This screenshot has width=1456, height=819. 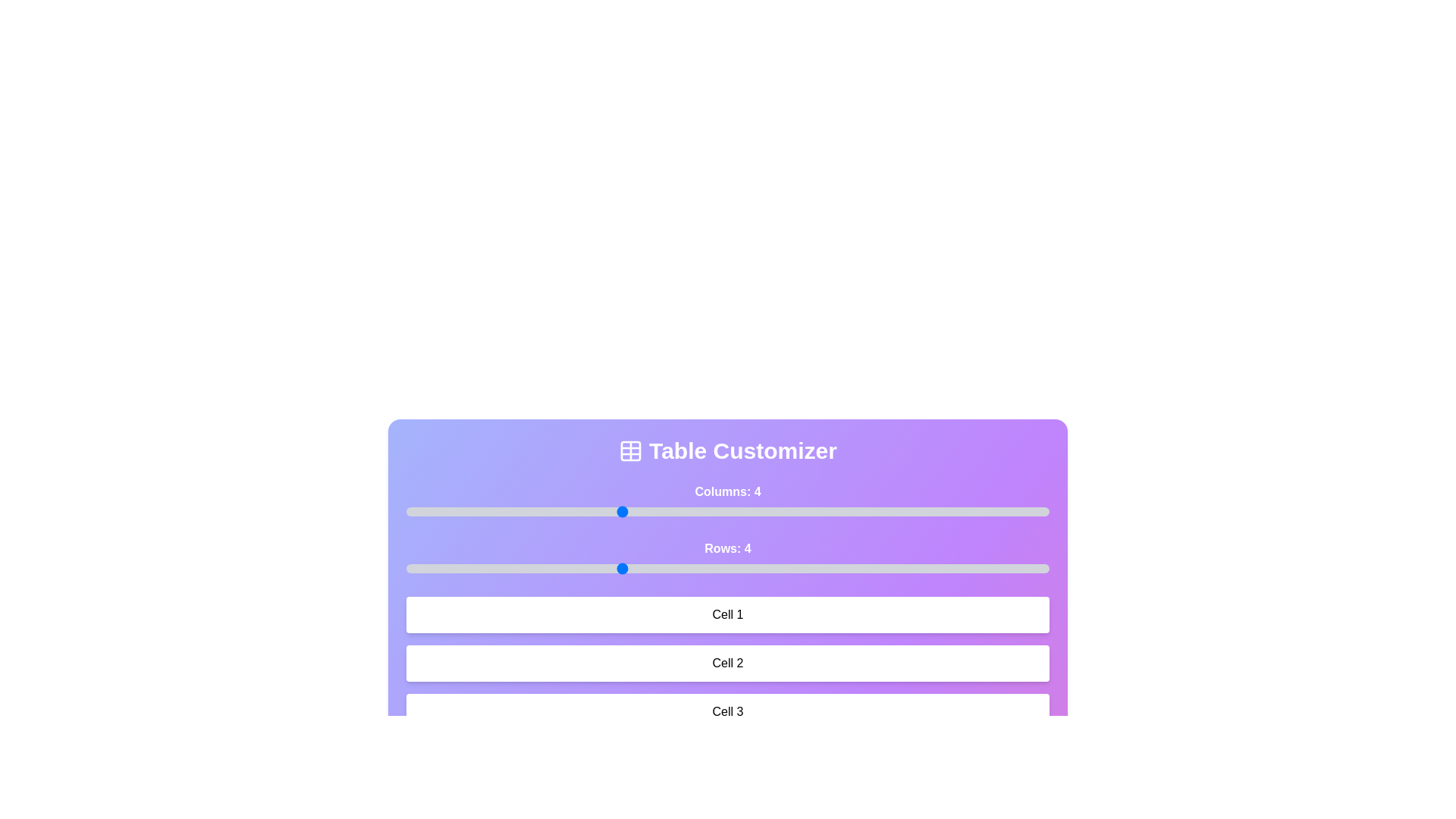 What do you see at coordinates (620, 512) in the screenshot?
I see `the column slider to set the number of columns to 4` at bounding box center [620, 512].